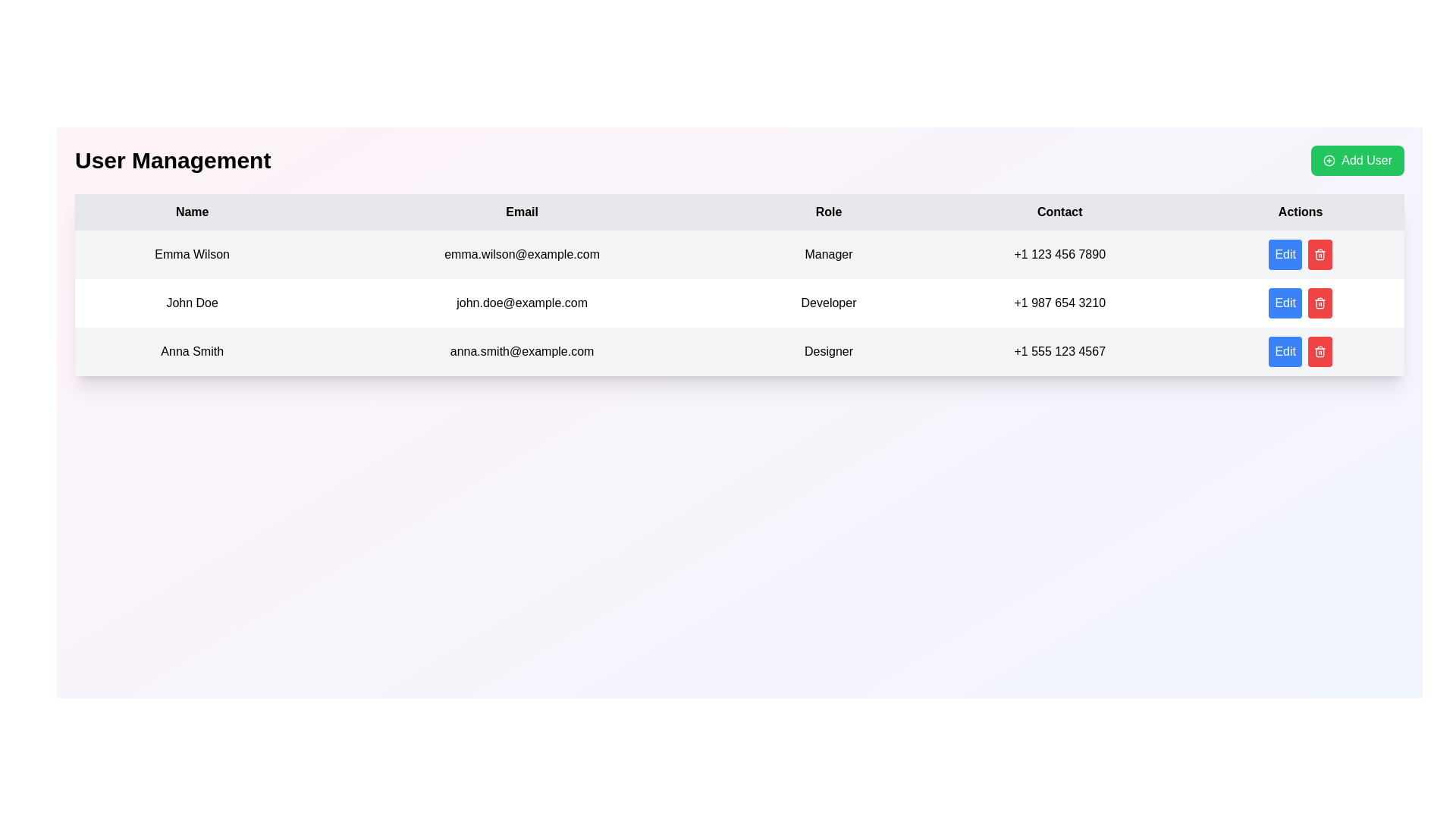 This screenshot has height=819, width=1456. What do you see at coordinates (1300, 351) in the screenshot?
I see `the edit button for user 'Anna Smith' in the 'Actions' column to observe the hover effect` at bounding box center [1300, 351].